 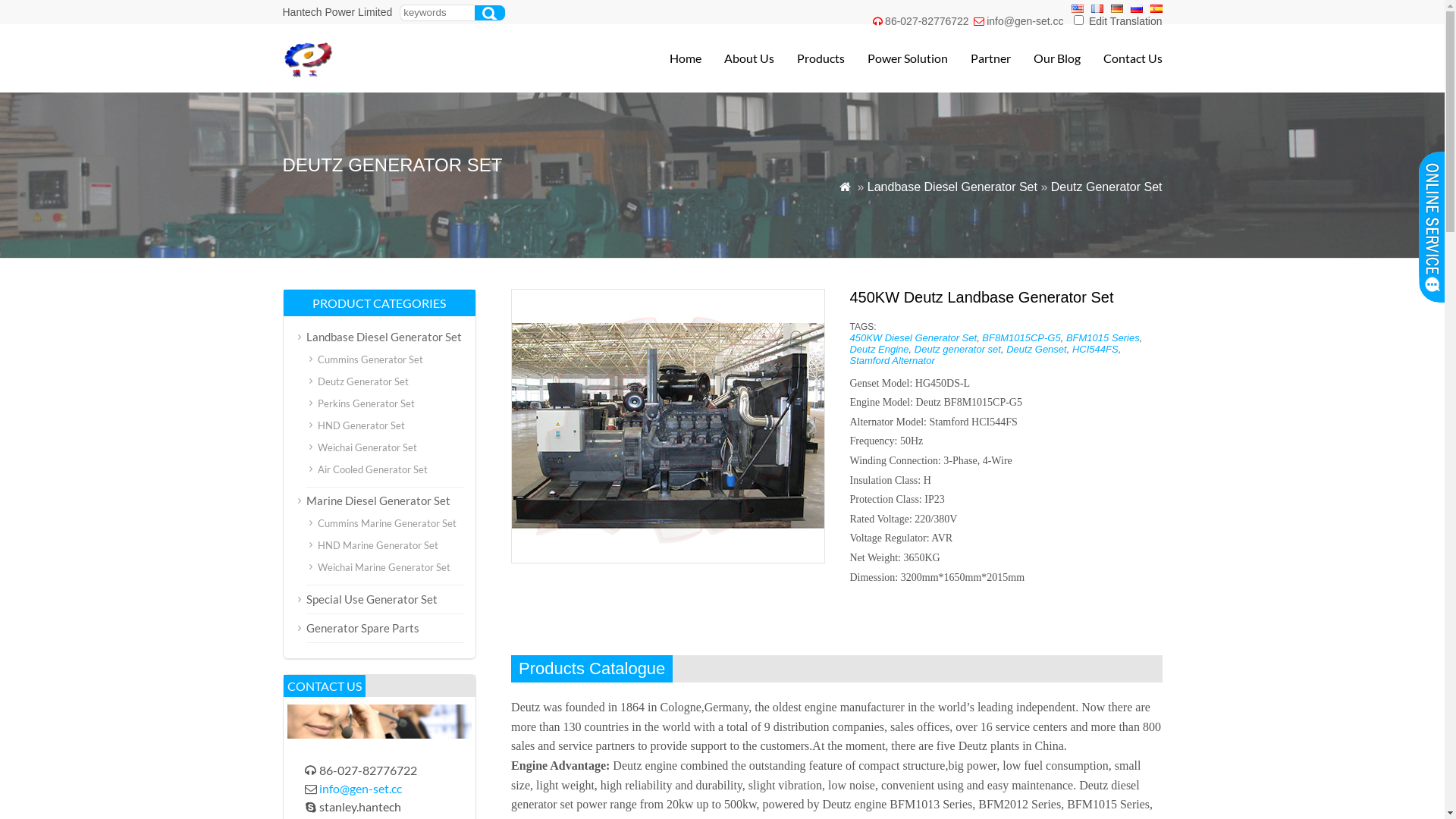 I want to click on 'info@gen-set.cc', so click(x=359, y=787).